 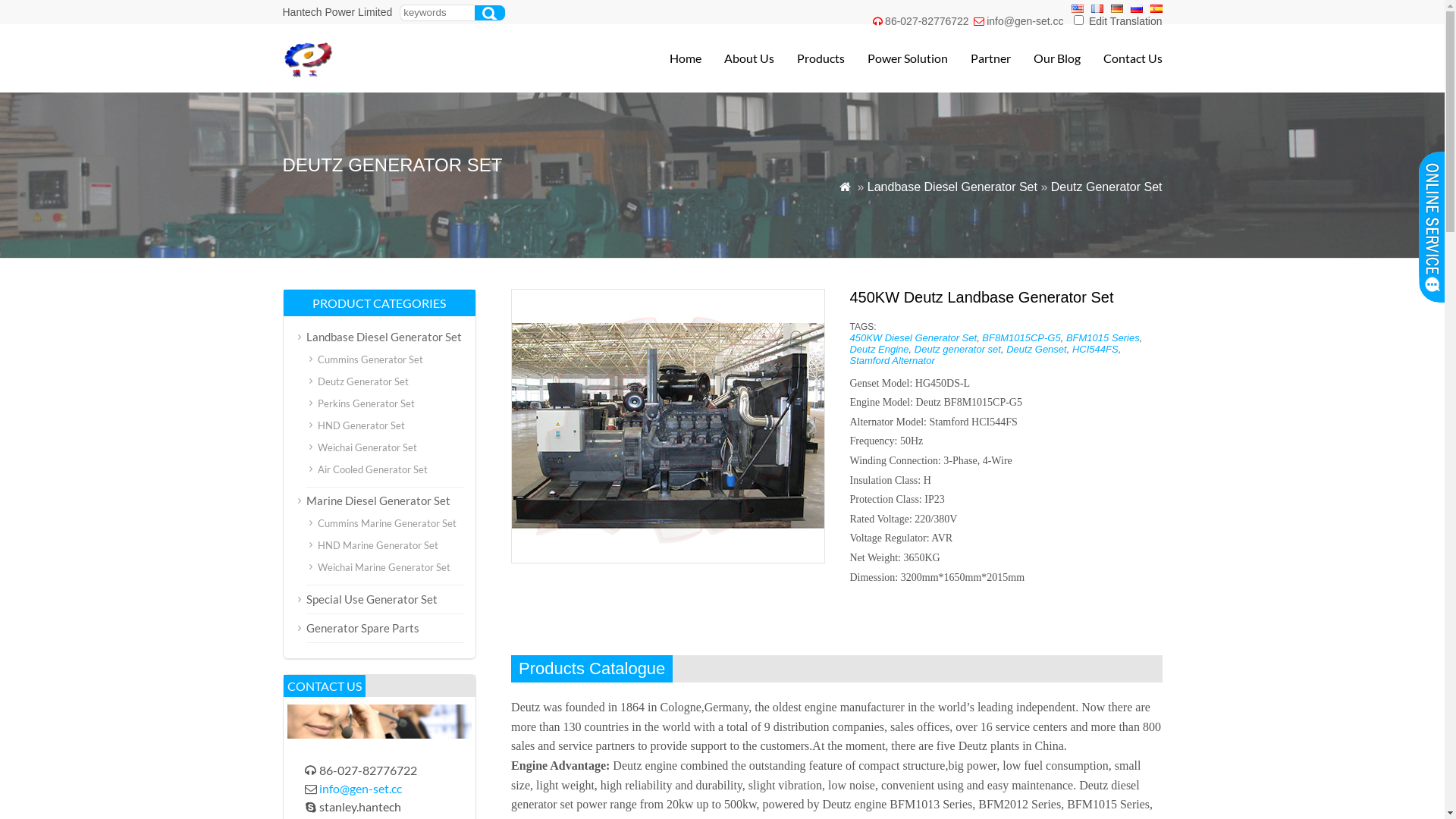 I want to click on 'info@gen-set.cc', so click(x=359, y=787).